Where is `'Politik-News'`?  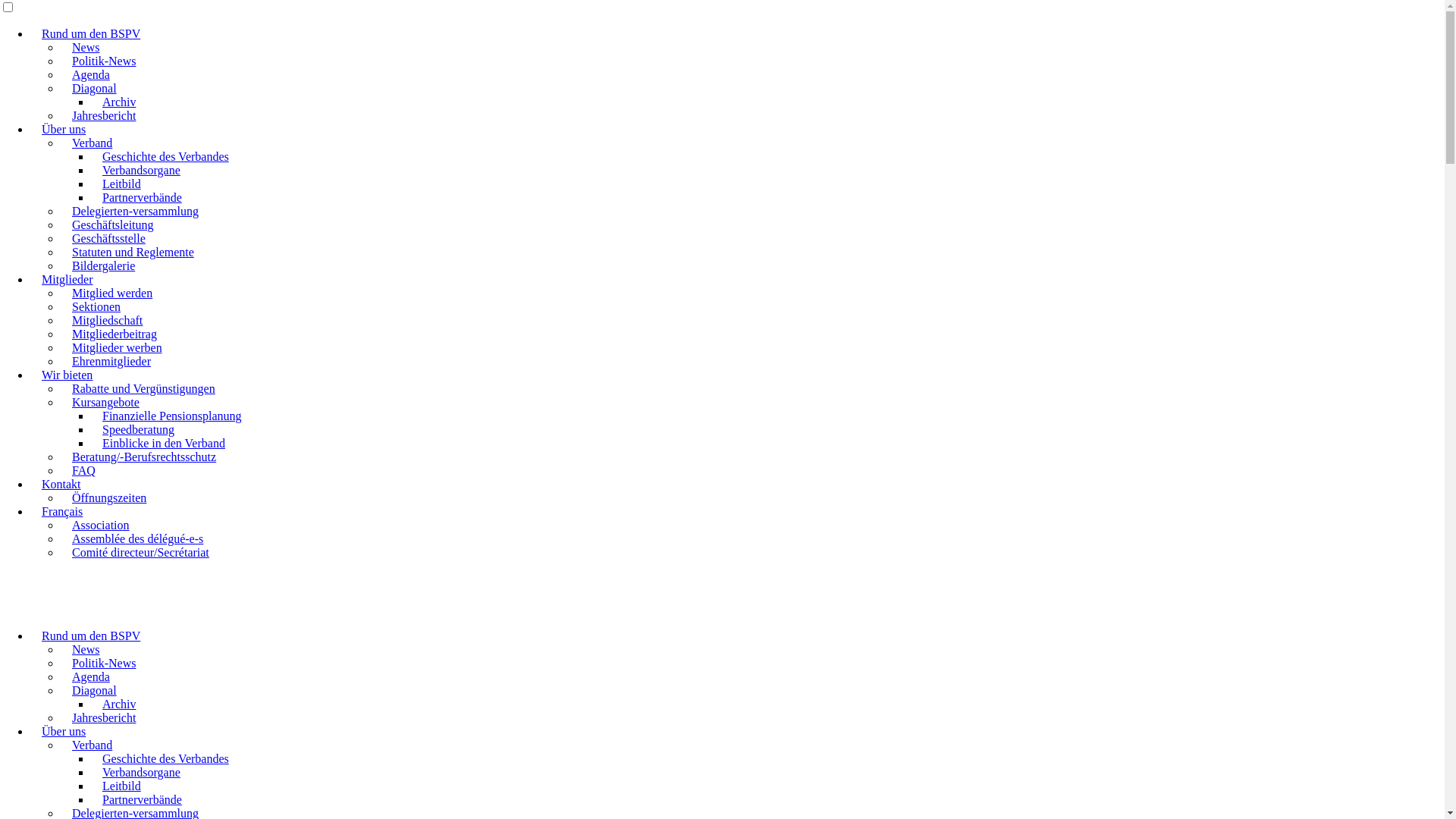
'Politik-News' is located at coordinates (103, 60).